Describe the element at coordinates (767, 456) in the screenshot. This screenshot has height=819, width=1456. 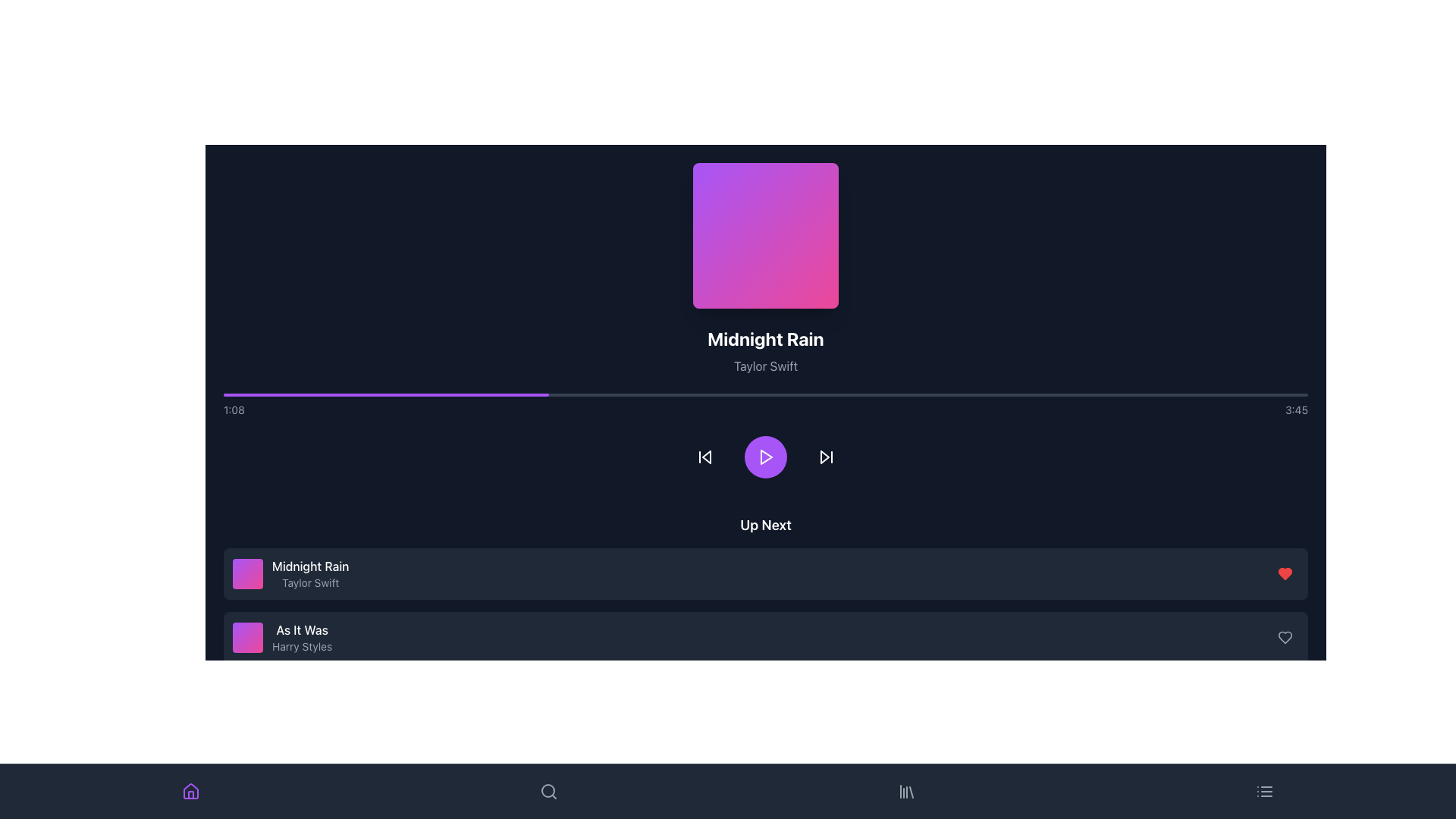
I see `the Play button icon, which is a small triangle pointing to the right, located at the center of the control bar with a purple background` at that location.